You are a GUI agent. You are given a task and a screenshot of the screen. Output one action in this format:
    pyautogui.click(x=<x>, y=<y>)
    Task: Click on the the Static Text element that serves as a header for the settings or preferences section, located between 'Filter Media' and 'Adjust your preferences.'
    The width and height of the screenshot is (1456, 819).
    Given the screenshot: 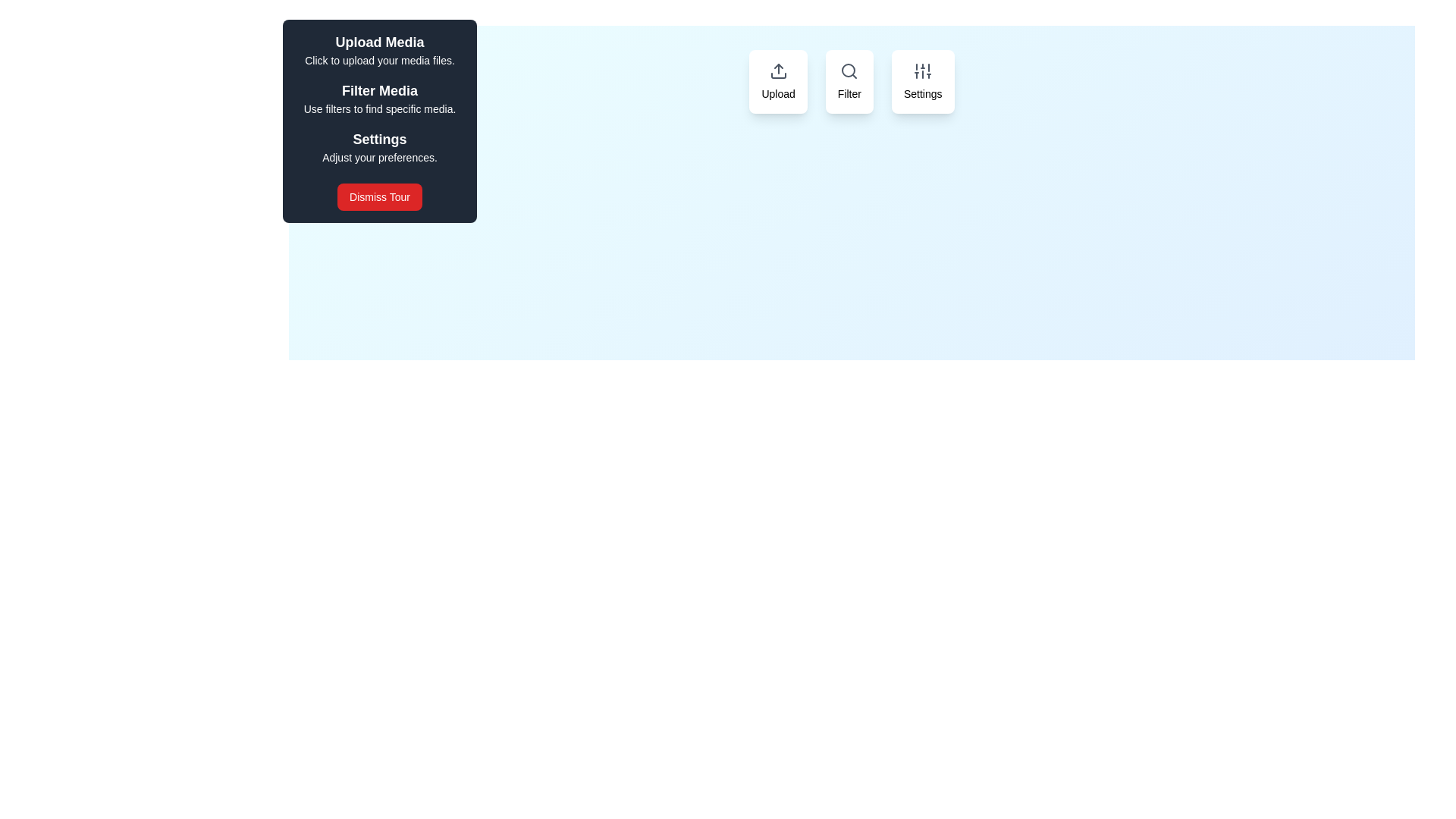 What is the action you would take?
    pyautogui.click(x=379, y=140)
    